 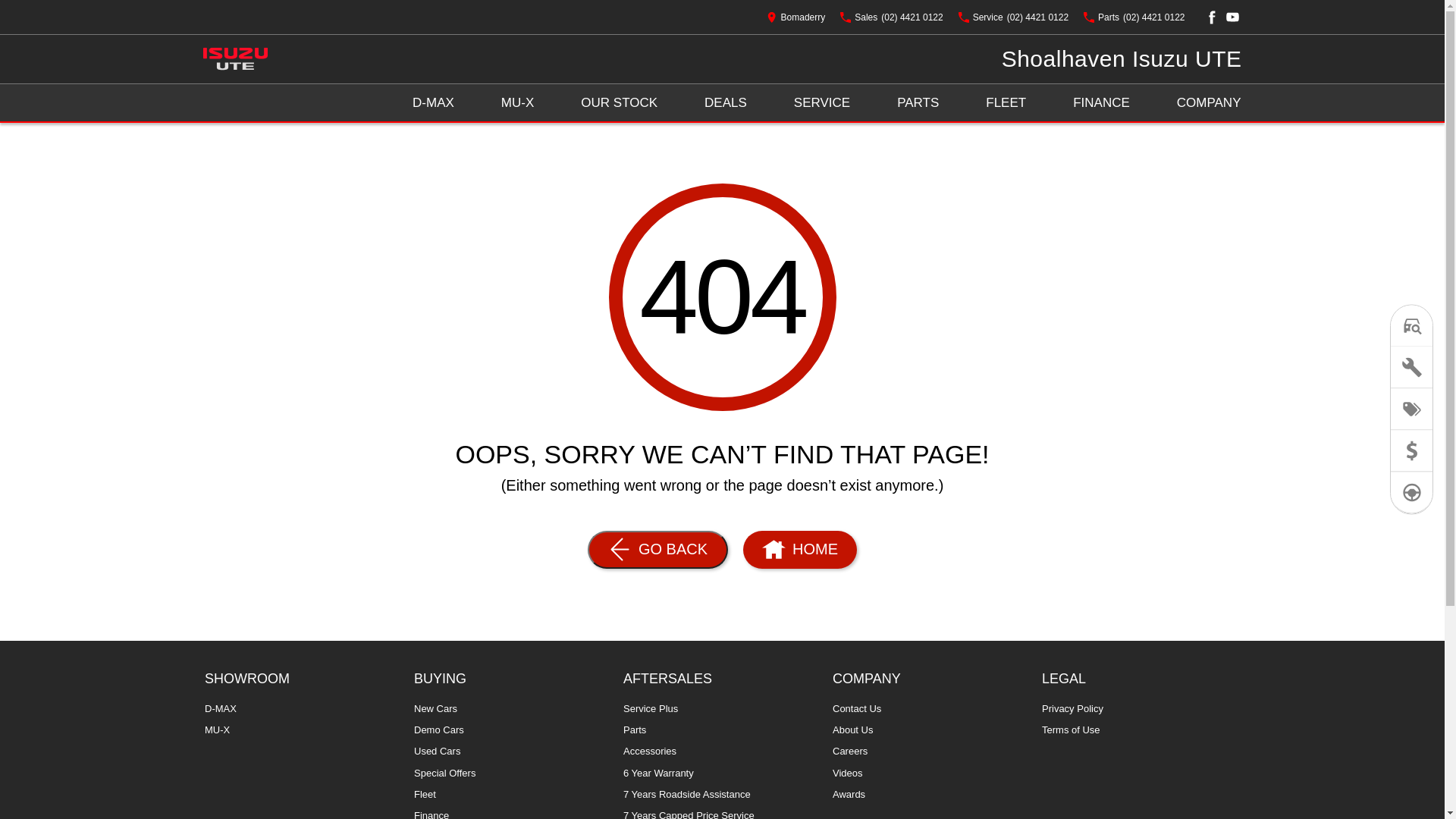 I want to click on 'Privacy Policy', so click(x=1072, y=713).